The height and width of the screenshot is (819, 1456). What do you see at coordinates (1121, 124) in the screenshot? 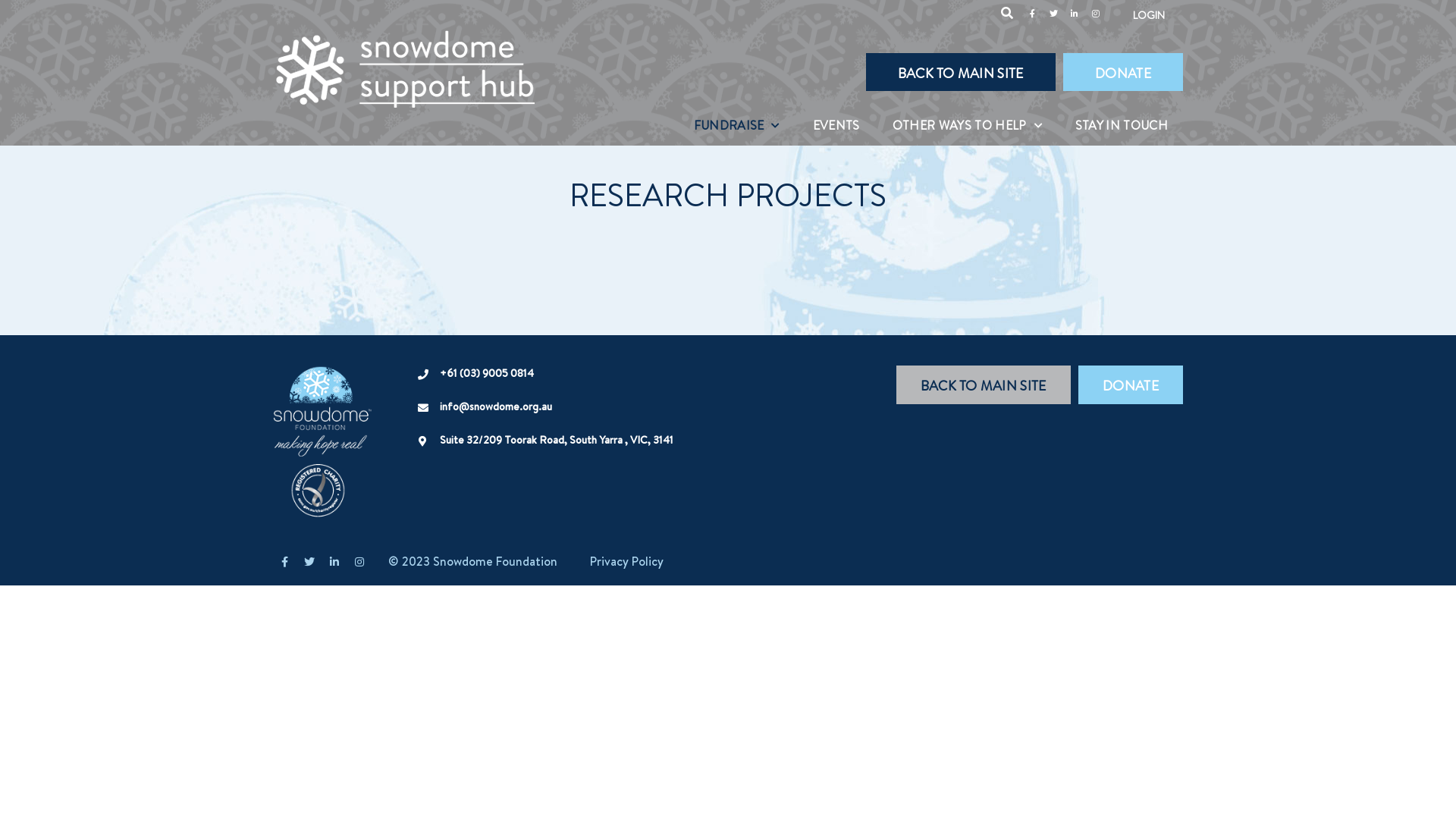
I see `'STAY IN TOUCH'` at bounding box center [1121, 124].